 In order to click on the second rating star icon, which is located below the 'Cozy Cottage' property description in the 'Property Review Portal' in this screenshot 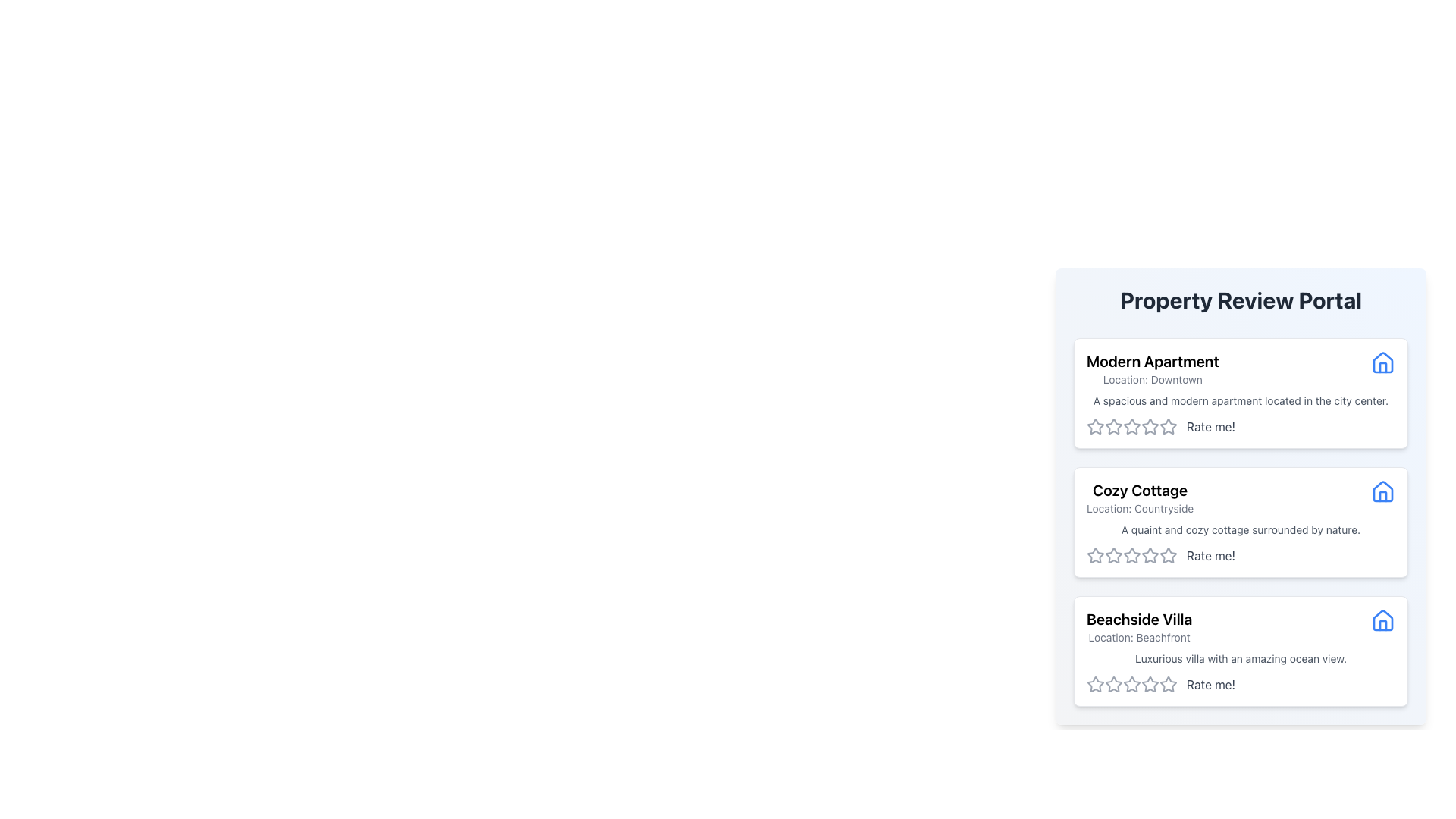, I will do `click(1113, 555)`.